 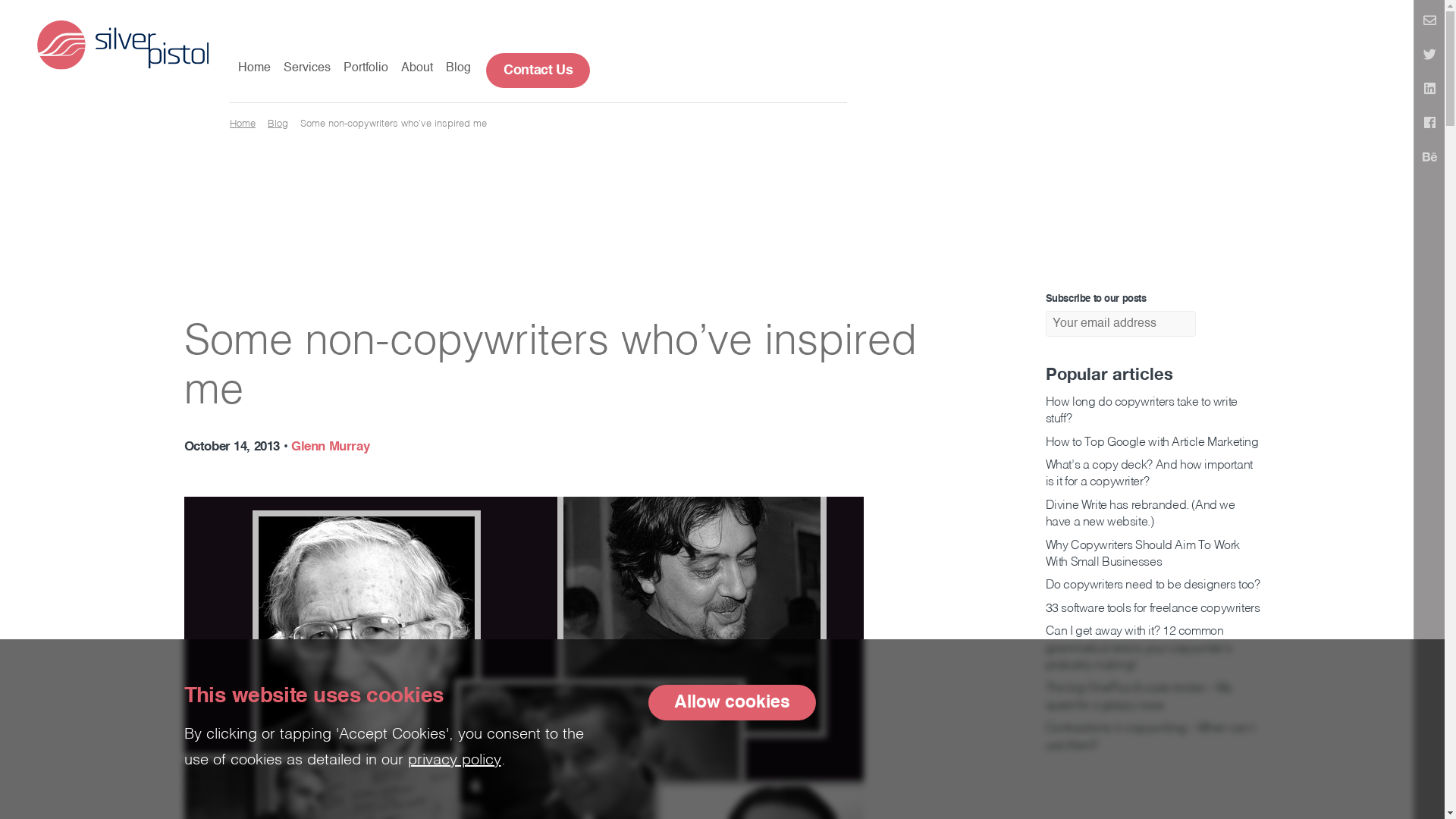 What do you see at coordinates (400, 69) in the screenshot?
I see `'About'` at bounding box center [400, 69].